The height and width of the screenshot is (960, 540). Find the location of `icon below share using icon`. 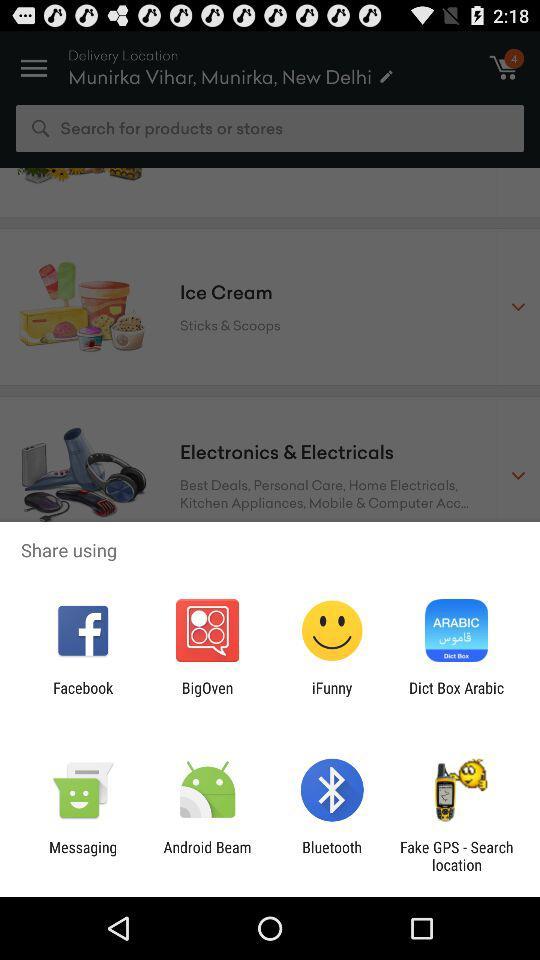

icon below share using icon is located at coordinates (332, 696).